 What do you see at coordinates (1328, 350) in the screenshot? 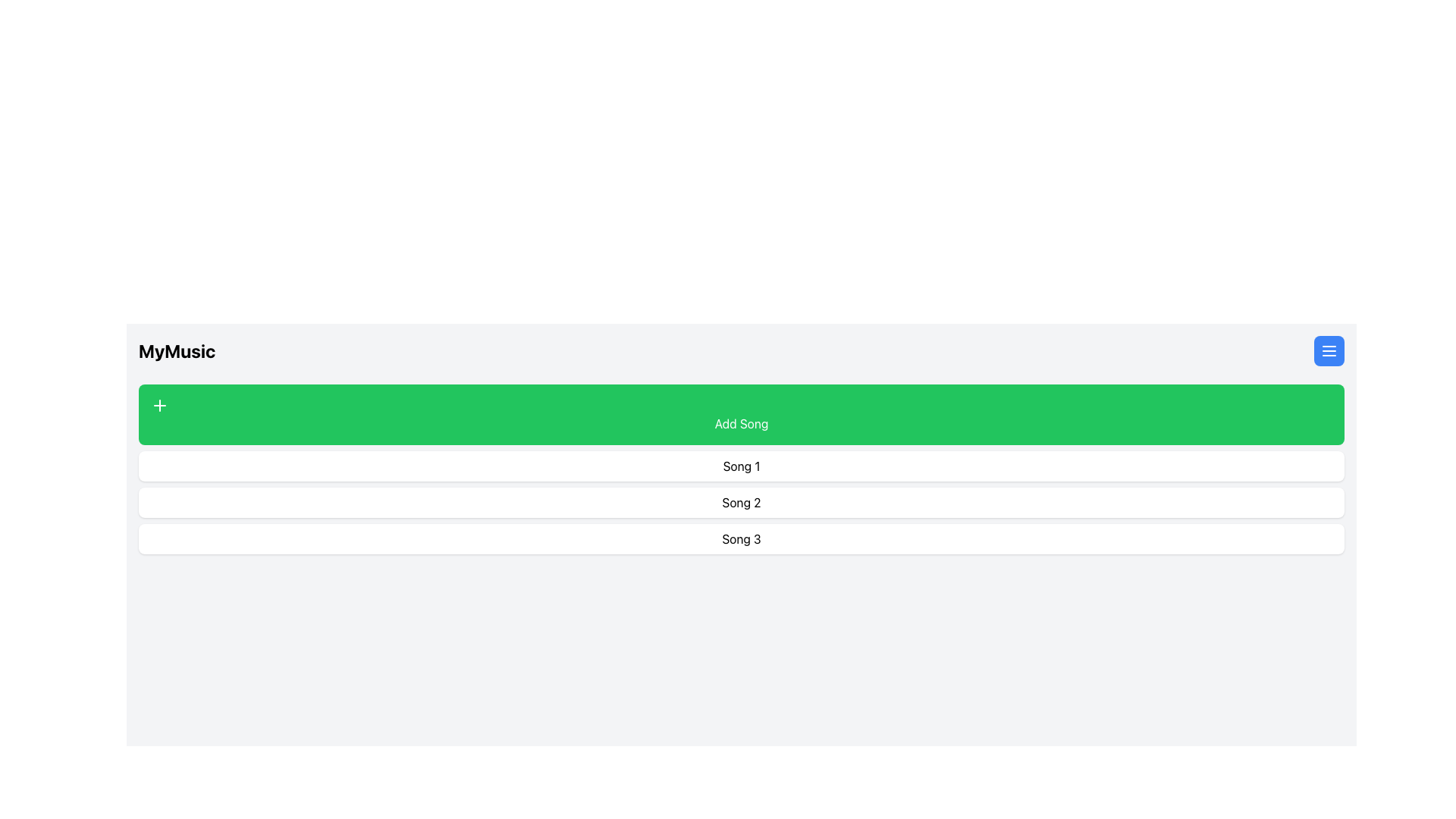
I see `the blue rounded rectangular button containing the white icon of three horizontal lines in the top-right corner` at bounding box center [1328, 350].